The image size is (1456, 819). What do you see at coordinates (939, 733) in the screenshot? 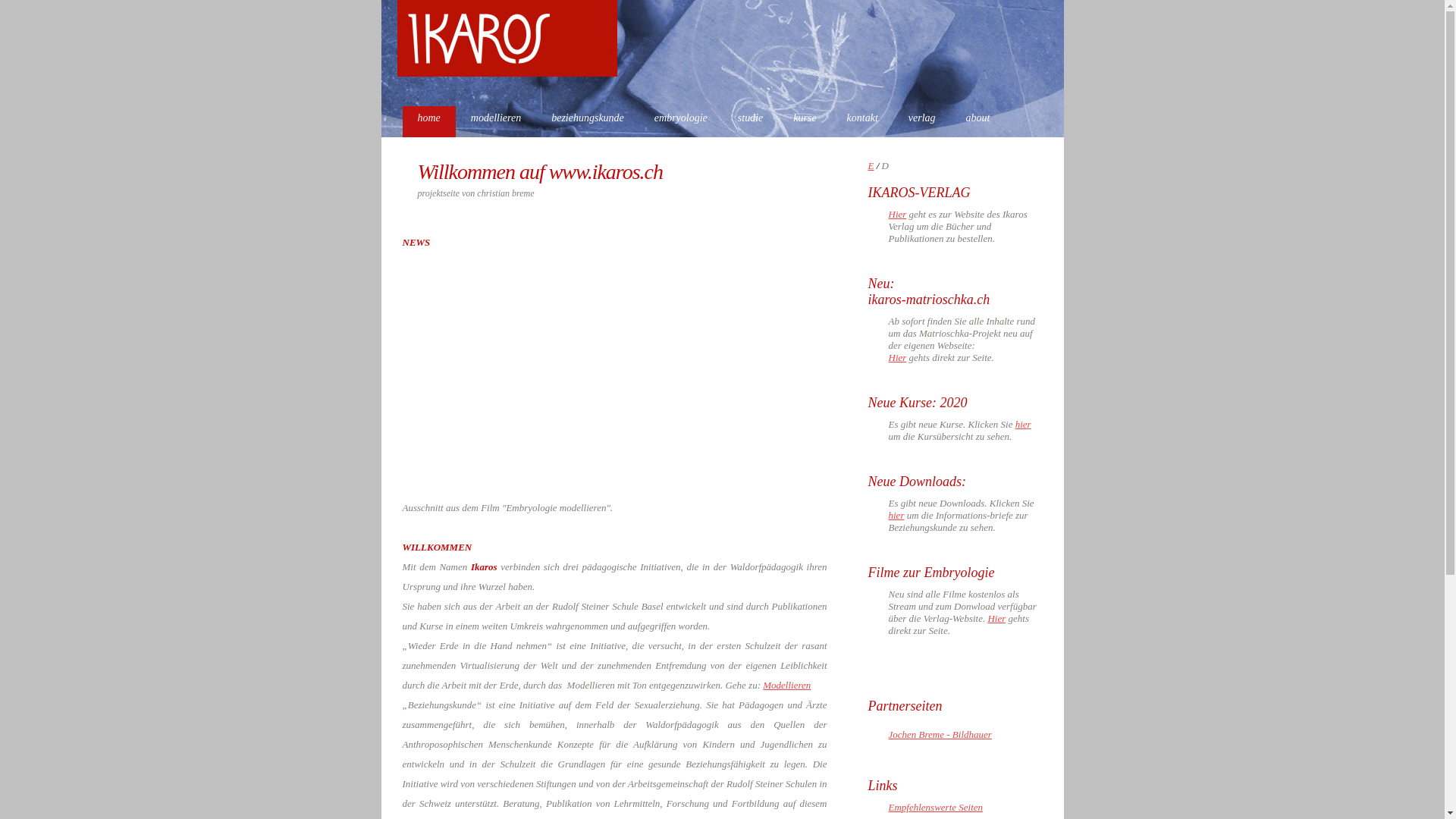
I see `'Jochen Breme - Bildhauer'` at bounding box center [939, 733].